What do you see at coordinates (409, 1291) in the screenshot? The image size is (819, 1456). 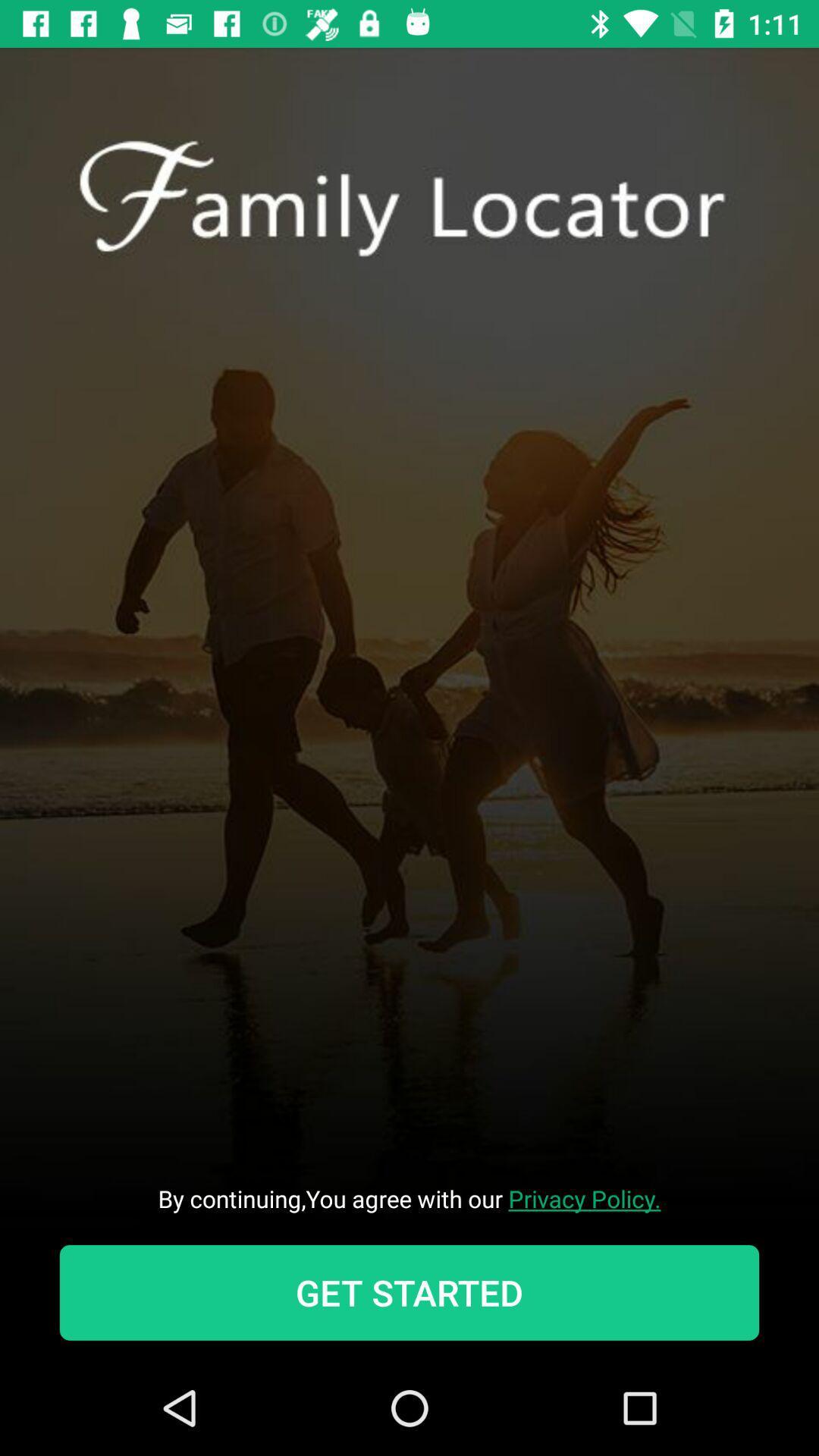 I see `icon below the by continuing you` at bounding box center [409, 1291].